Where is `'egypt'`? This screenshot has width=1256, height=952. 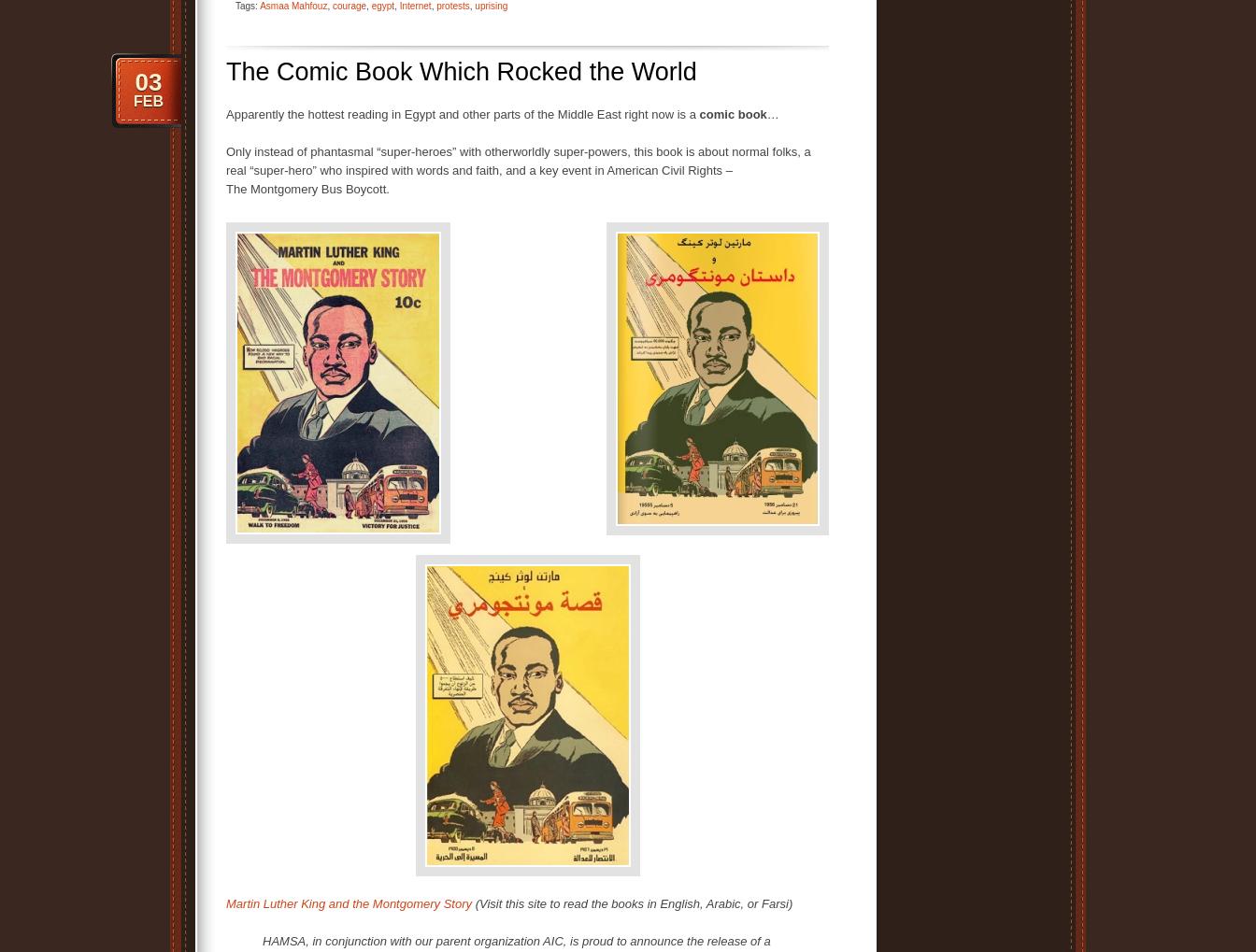
'egypt' is located at coordinates (381, 5).